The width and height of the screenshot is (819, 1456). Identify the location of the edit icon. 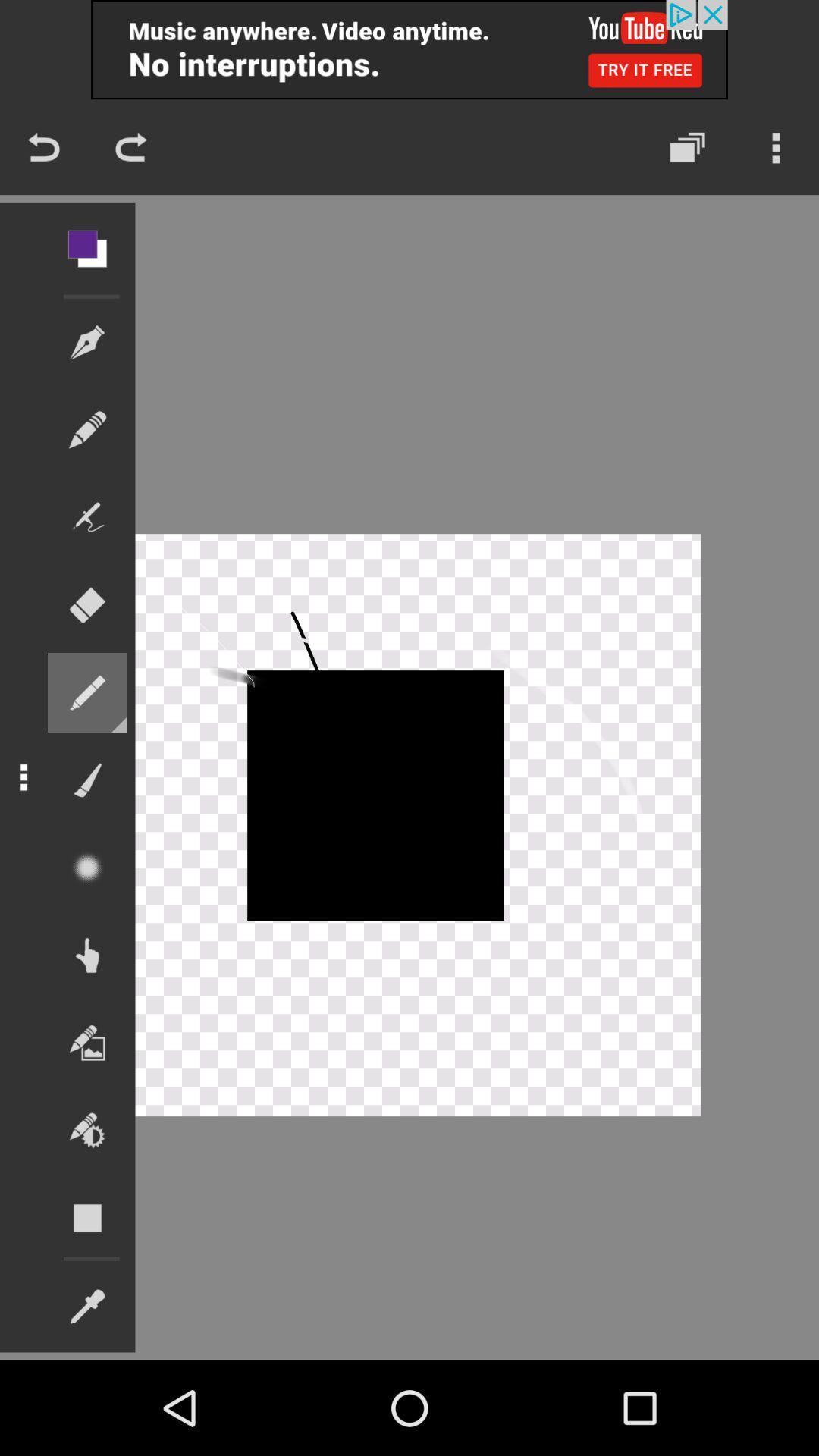
(87, 428).